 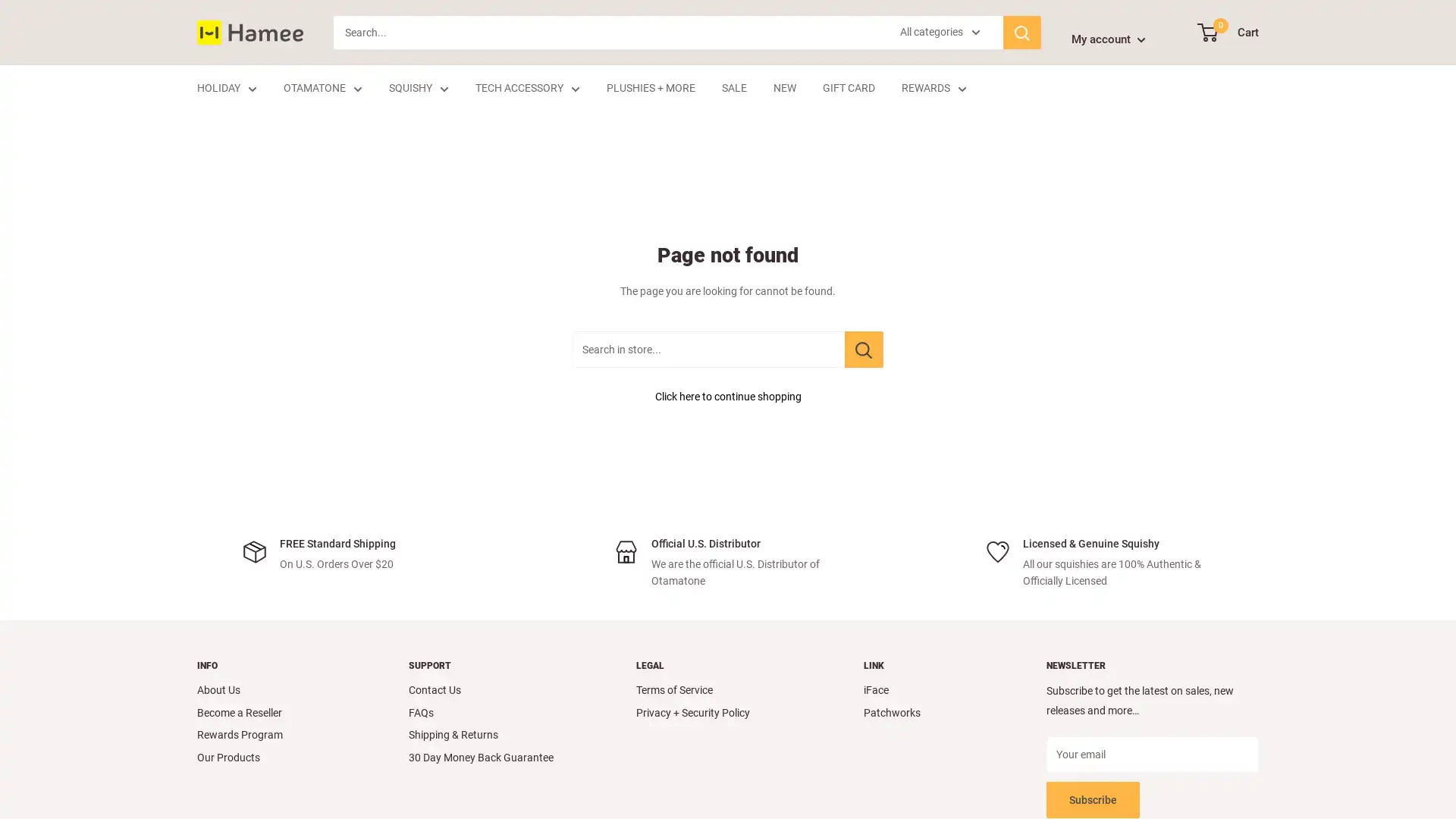 I want to click on Subscribe, so click(x=1093, y=798).